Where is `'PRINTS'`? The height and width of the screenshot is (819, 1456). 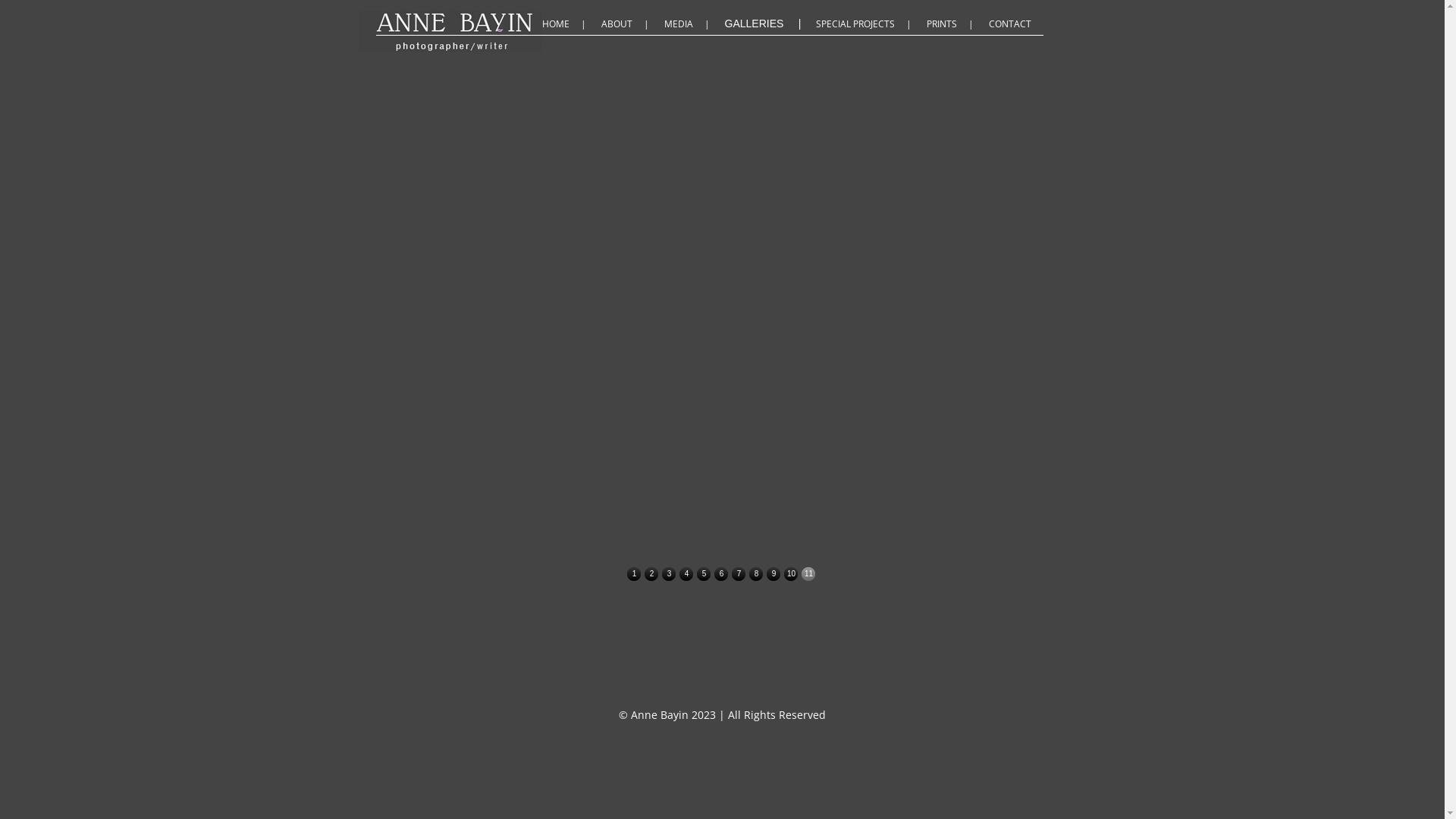 'PRINTS' is located at coordinates (952, 24).